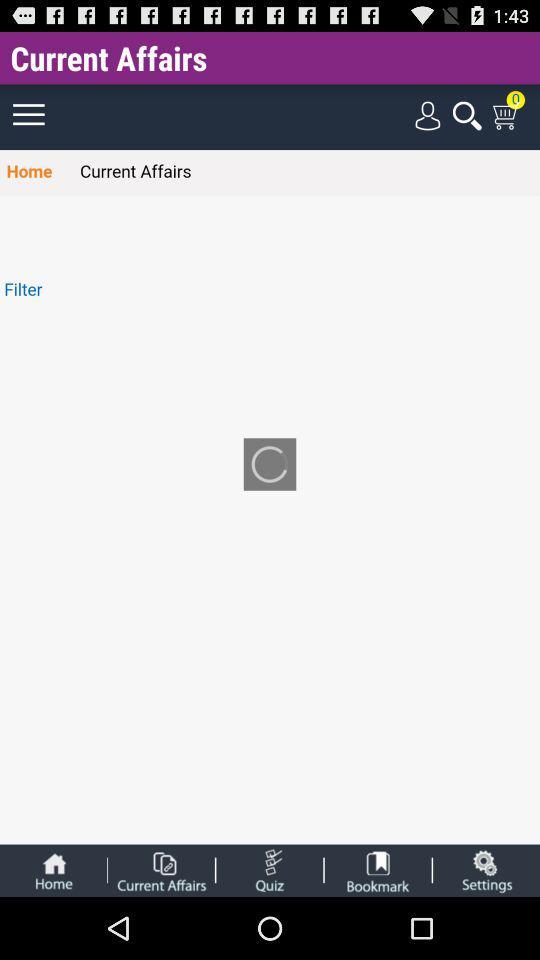 This screenshot has height=960, width=540. Describe the element at coordinates (378, 869) in the screenshot. I see `bookmark the page` at that location.